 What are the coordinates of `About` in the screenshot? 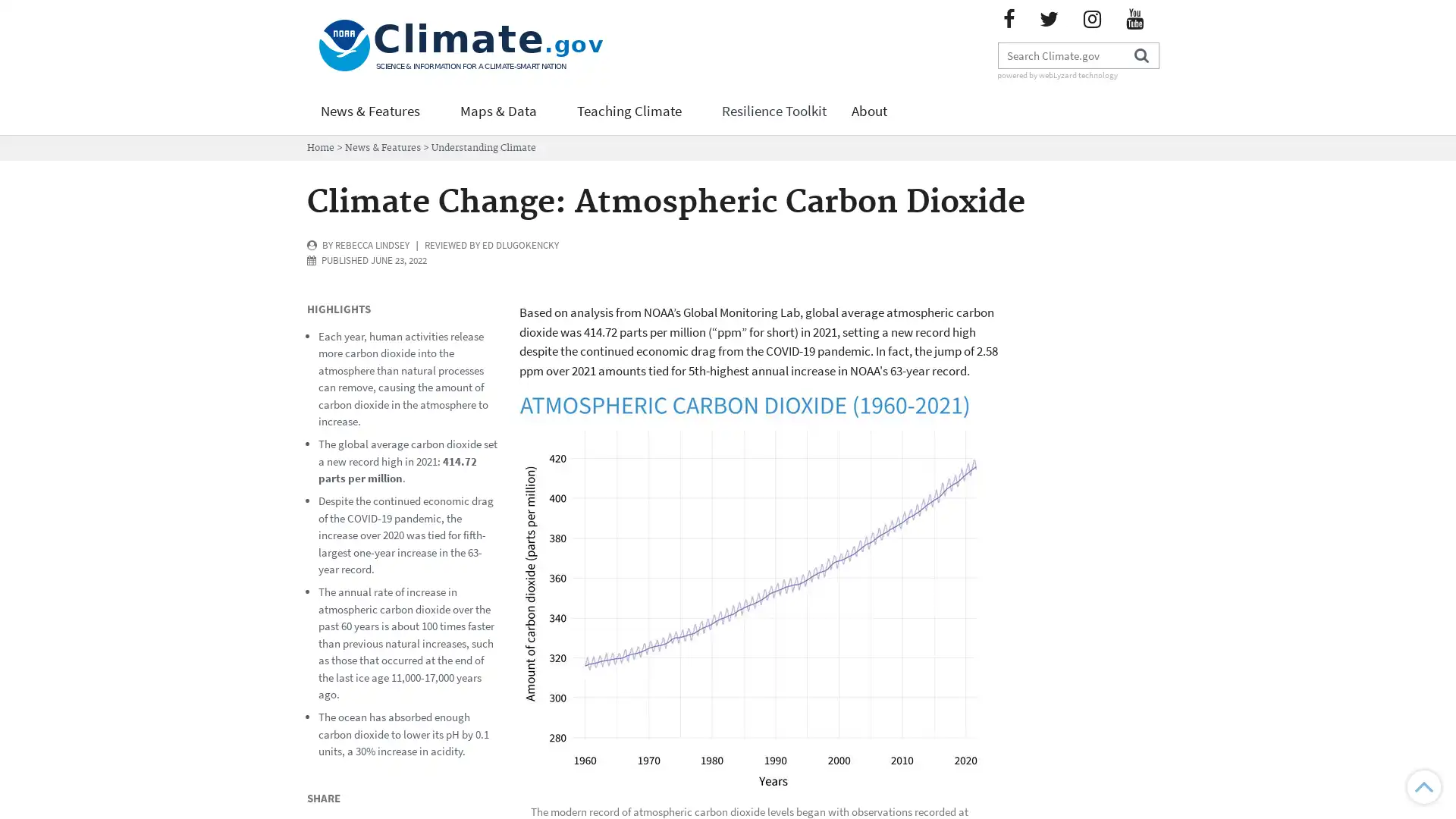 It's located at (877, 111).